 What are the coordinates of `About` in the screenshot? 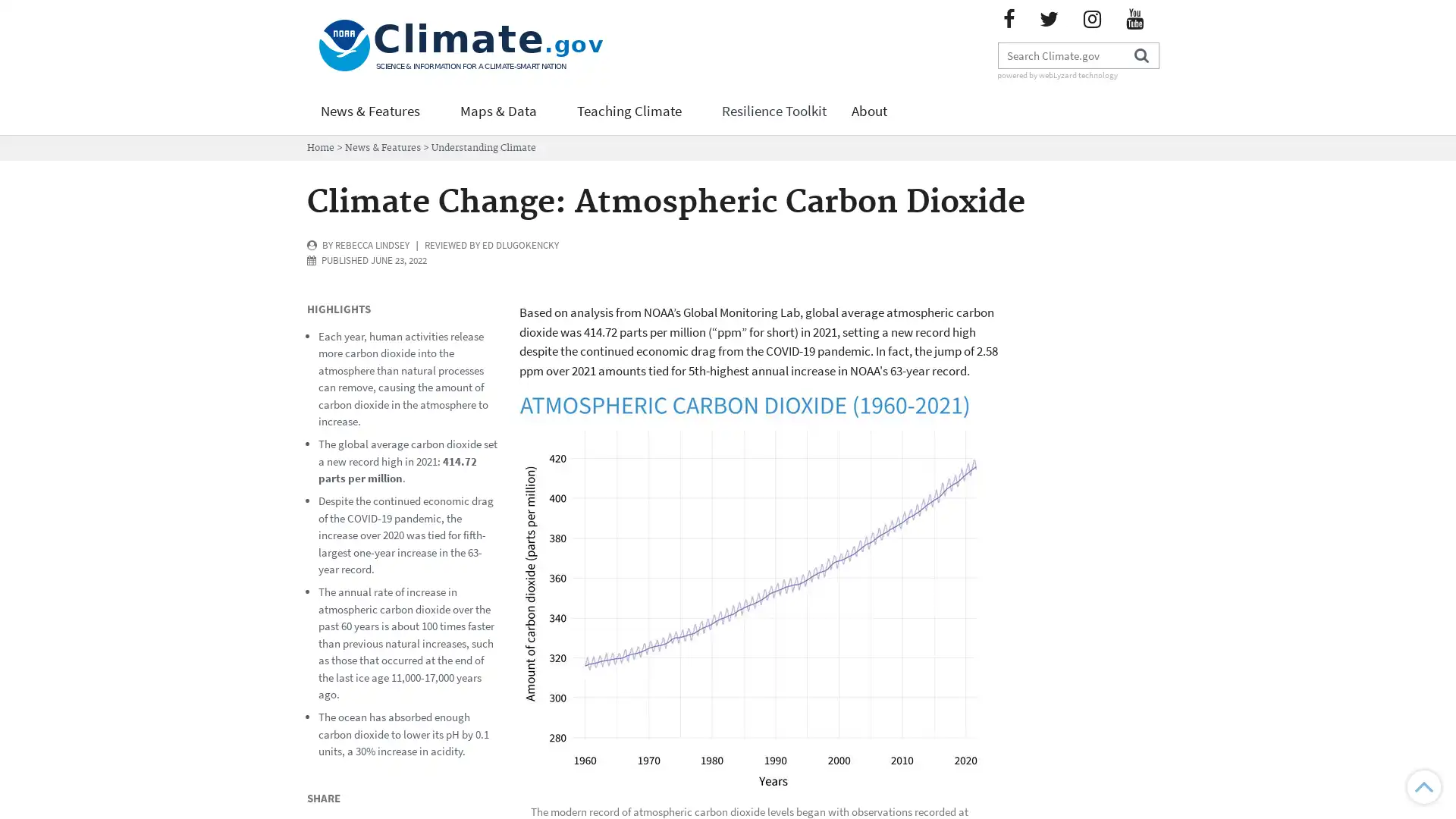 It's located at (877, 111).